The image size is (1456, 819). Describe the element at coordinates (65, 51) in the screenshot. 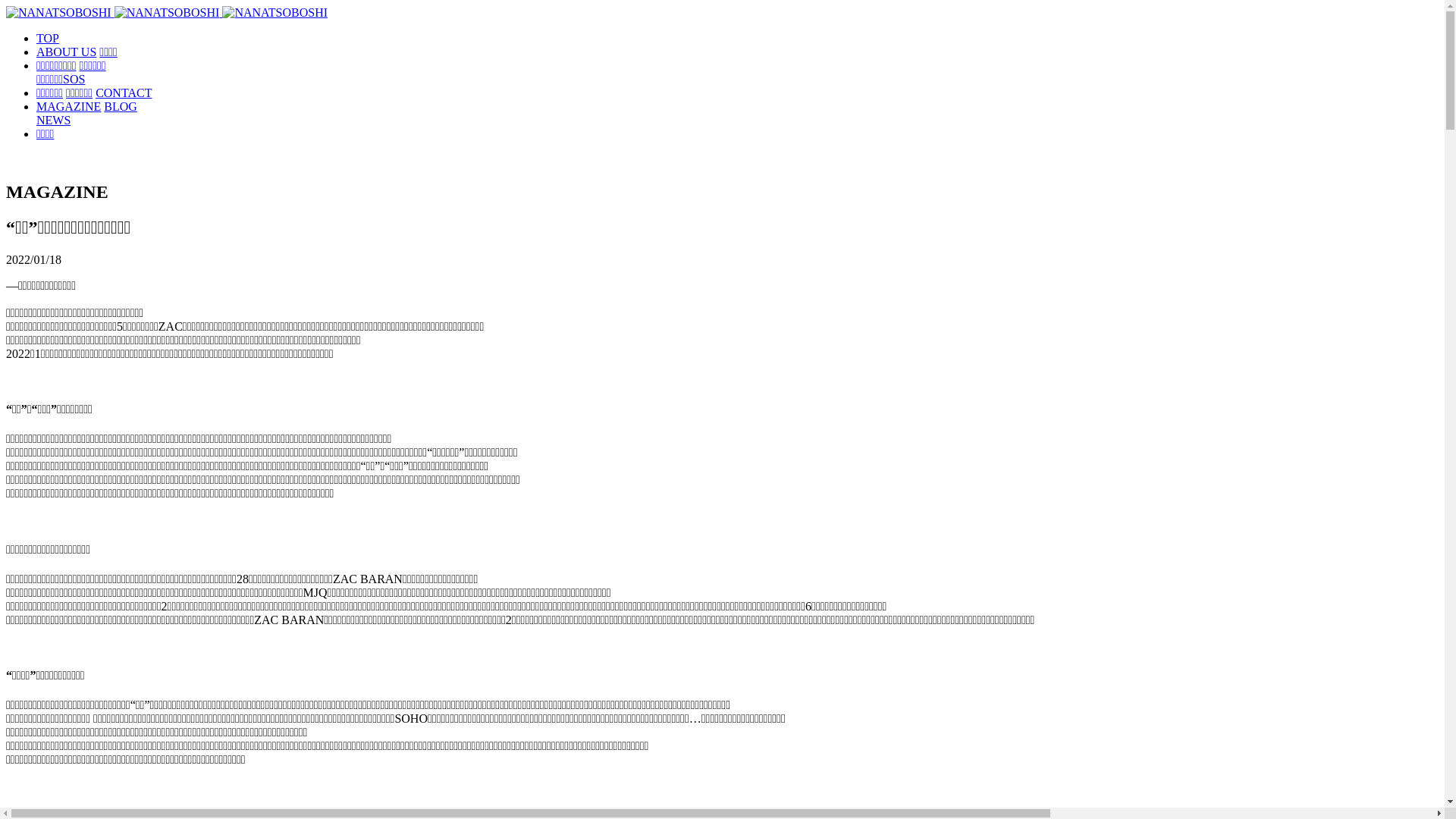

I see `'ABOUT US'` at that location.